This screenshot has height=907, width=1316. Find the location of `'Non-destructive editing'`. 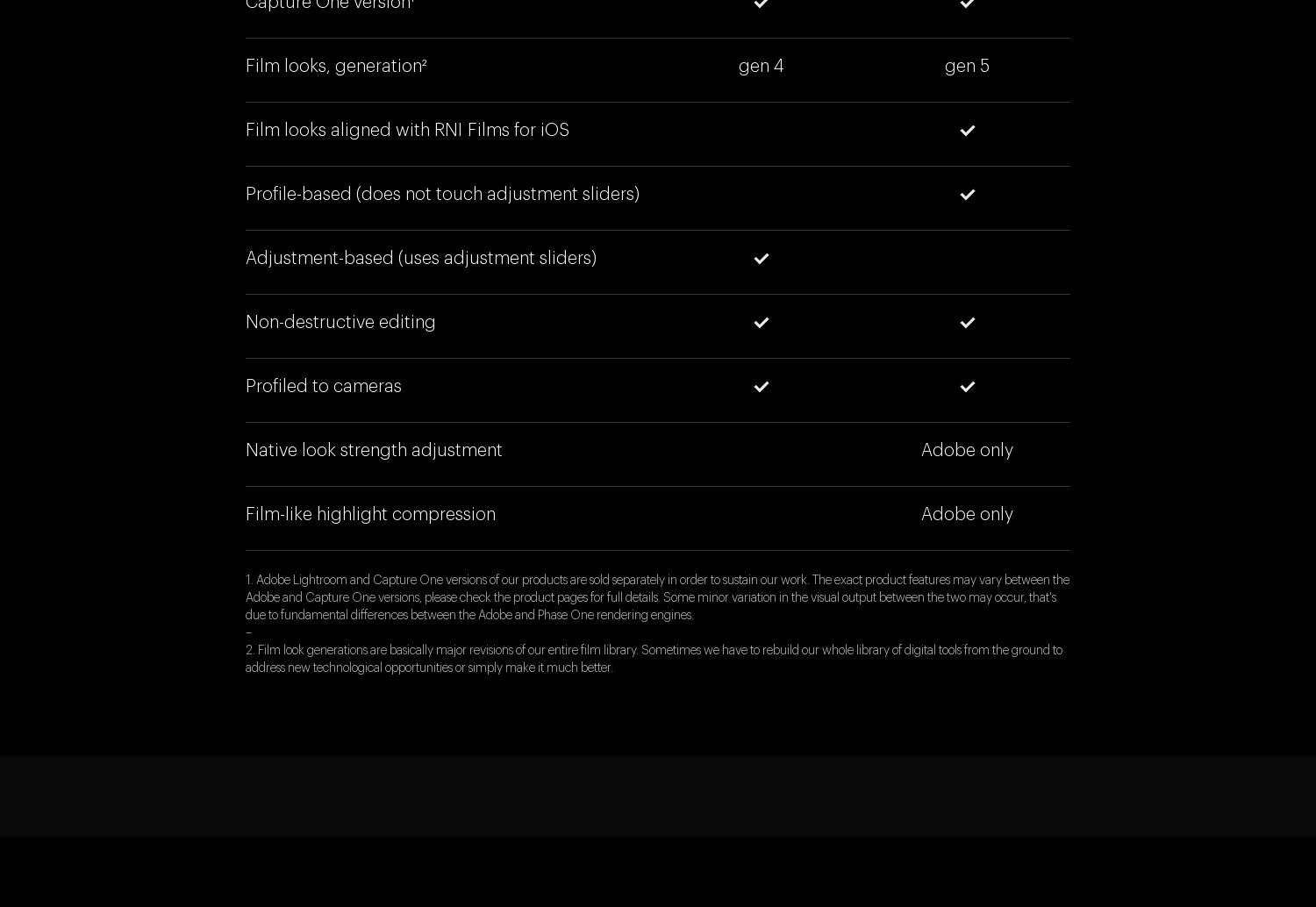

'Non-destructive editing' is located at coordinates (340, 322).